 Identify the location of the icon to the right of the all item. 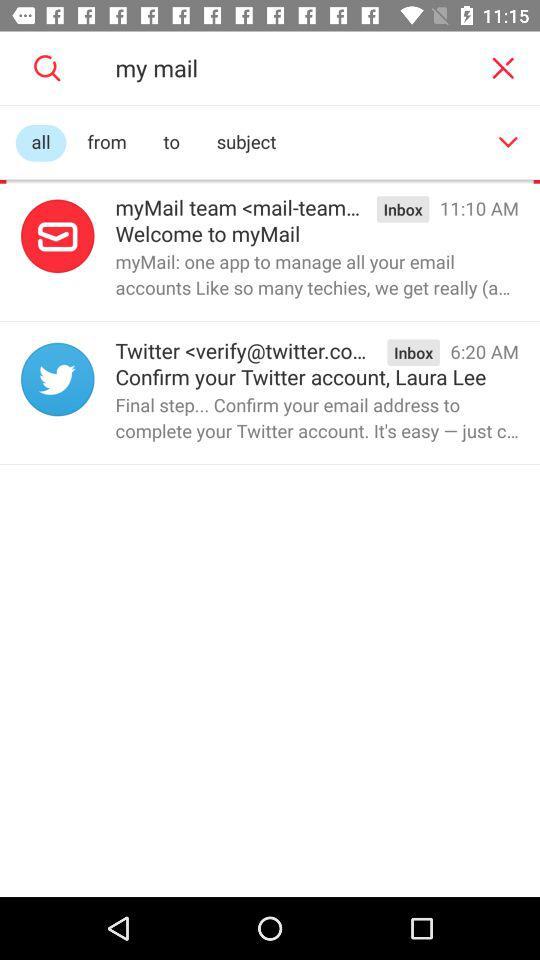
(107, 142).